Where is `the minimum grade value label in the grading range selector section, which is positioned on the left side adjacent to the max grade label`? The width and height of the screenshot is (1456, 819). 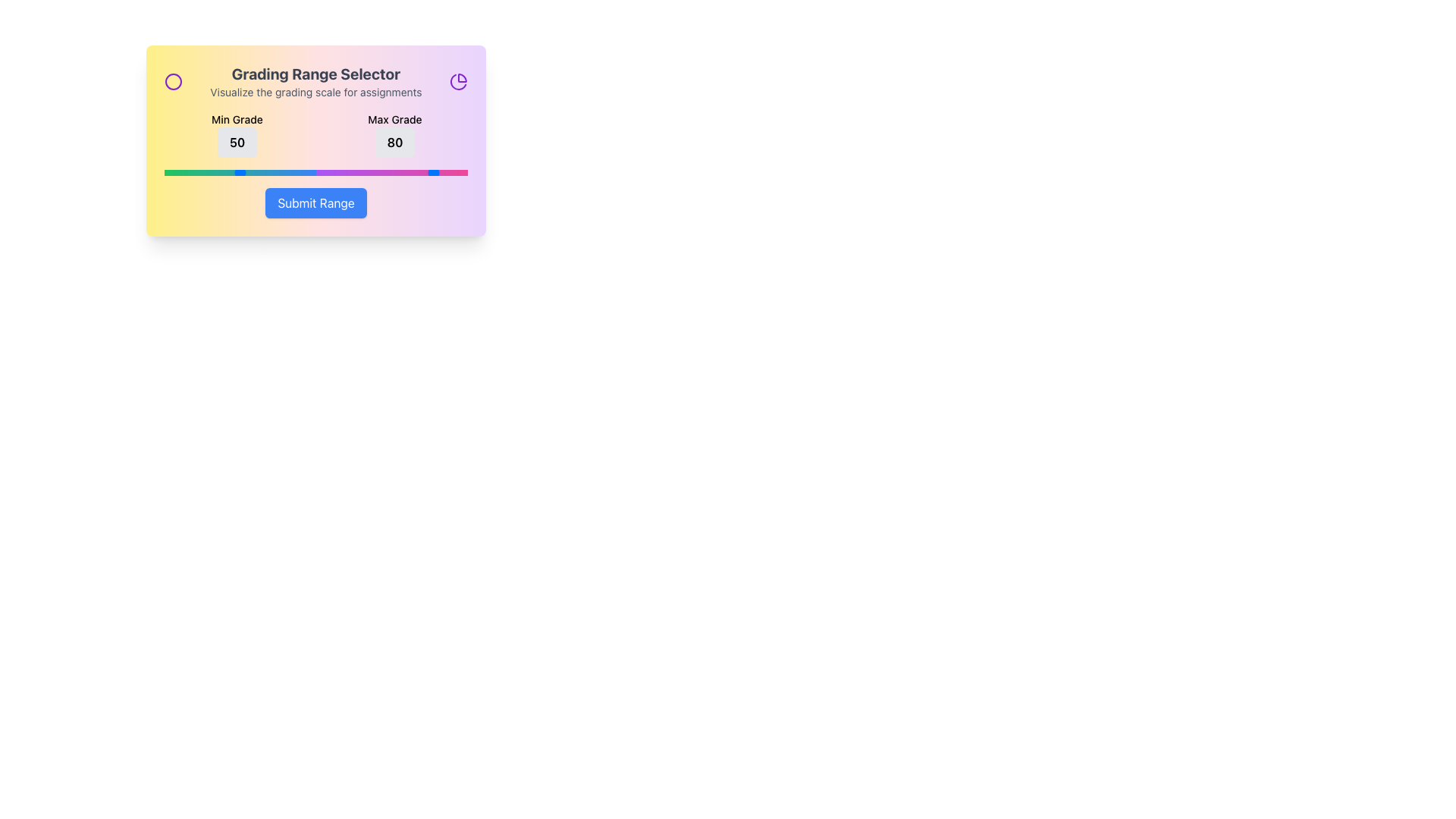
the minimum grade value label in the grading range selector section, which is positioned on the left side adjacent to the max grade label is located at coordinates (236, 133).